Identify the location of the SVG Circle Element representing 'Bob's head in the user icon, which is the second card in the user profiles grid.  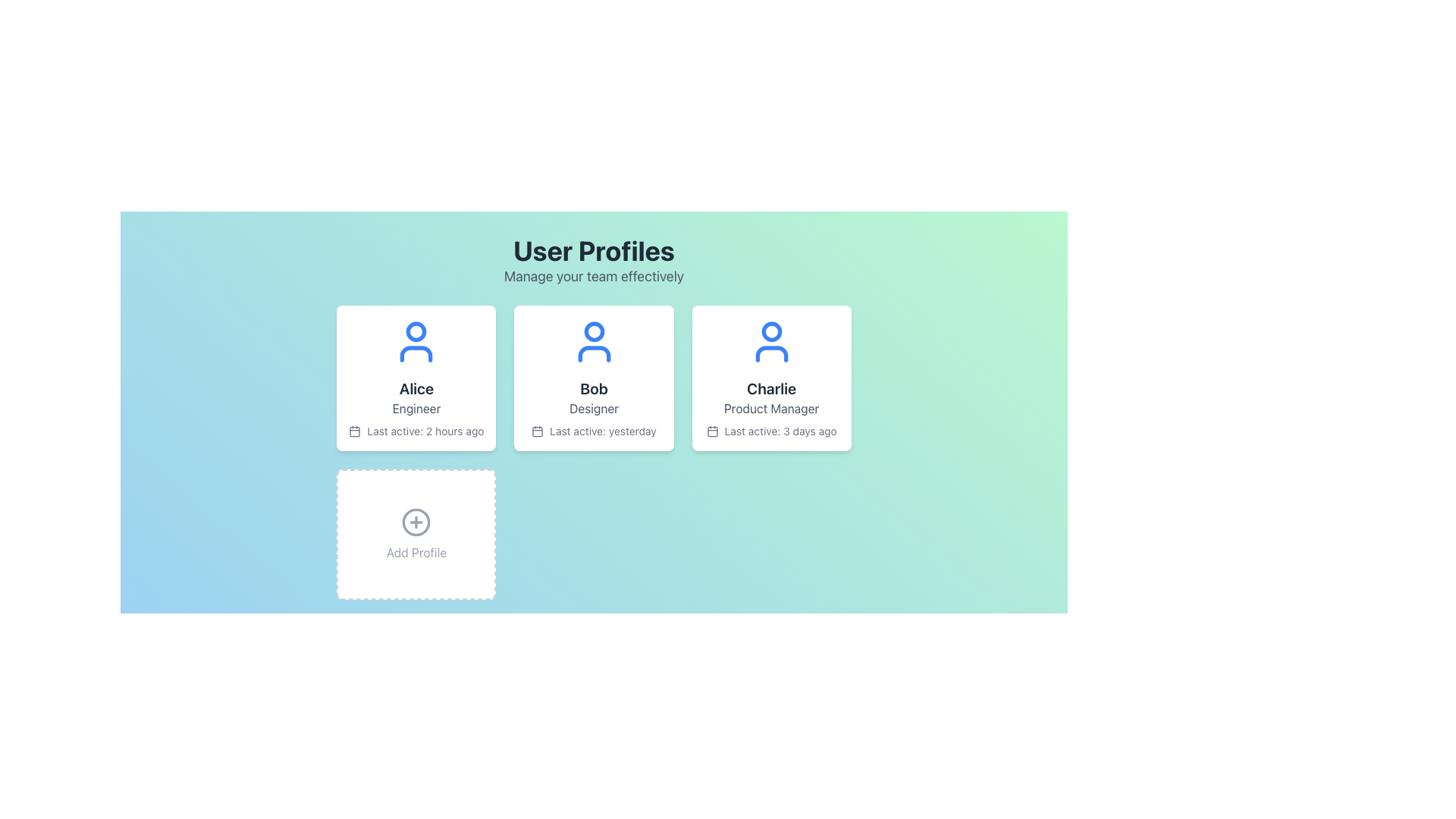
(593, 331).